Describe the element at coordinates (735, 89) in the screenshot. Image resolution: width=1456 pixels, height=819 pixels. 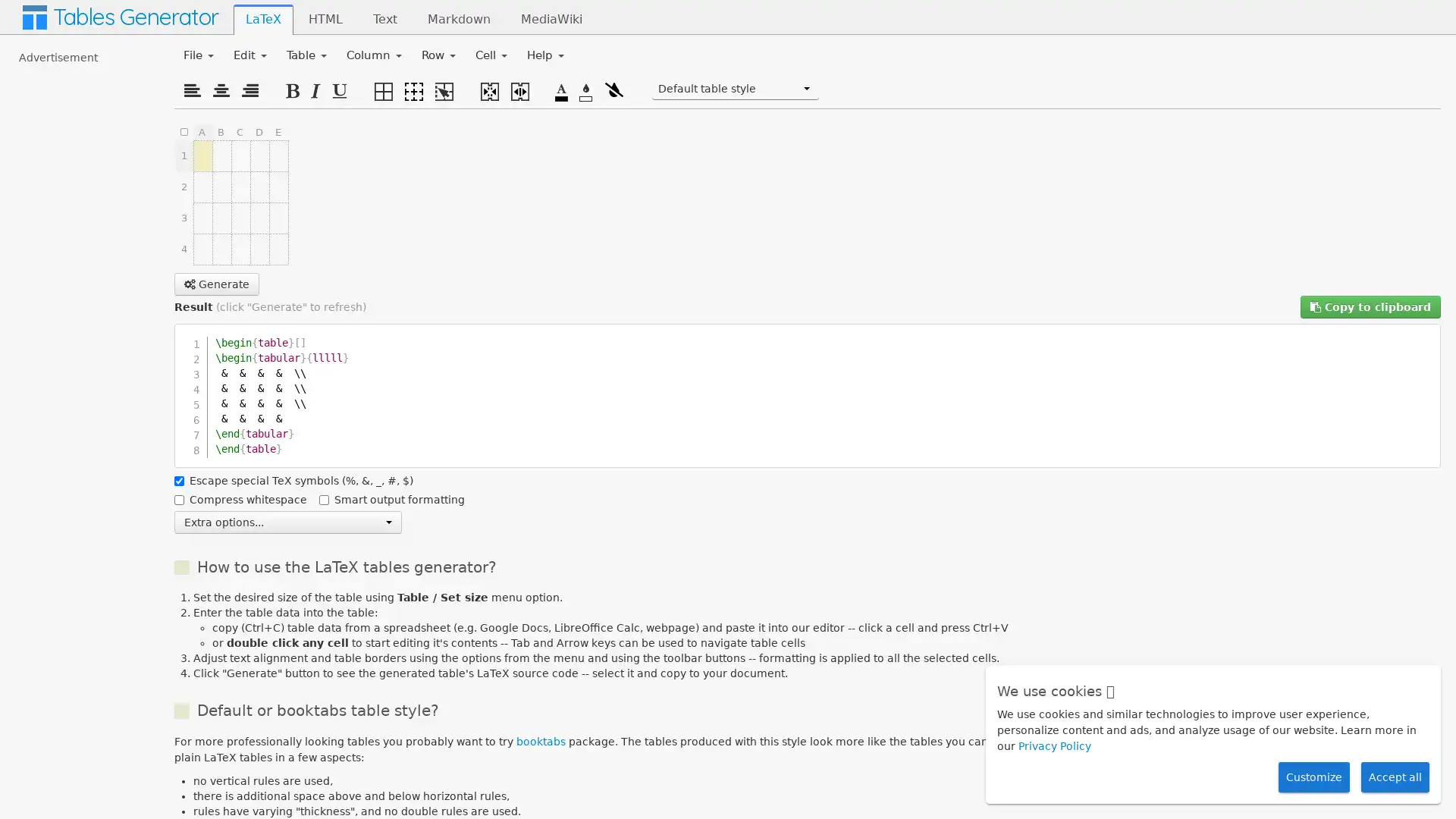
I see `Default table style` at that location.